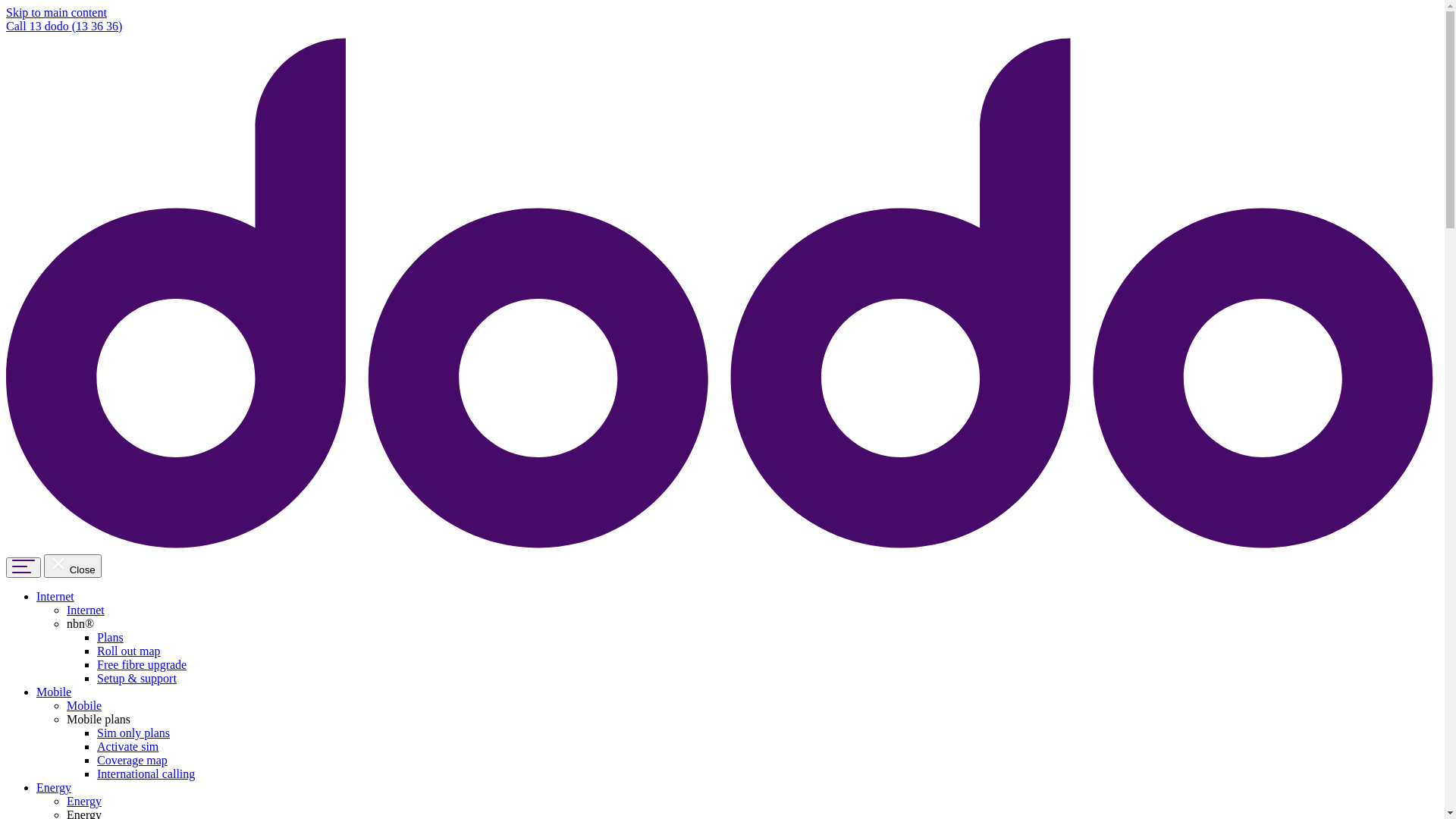 The image size is (1456, 819). I want to click on 'Roll out map', so click(128, 650).